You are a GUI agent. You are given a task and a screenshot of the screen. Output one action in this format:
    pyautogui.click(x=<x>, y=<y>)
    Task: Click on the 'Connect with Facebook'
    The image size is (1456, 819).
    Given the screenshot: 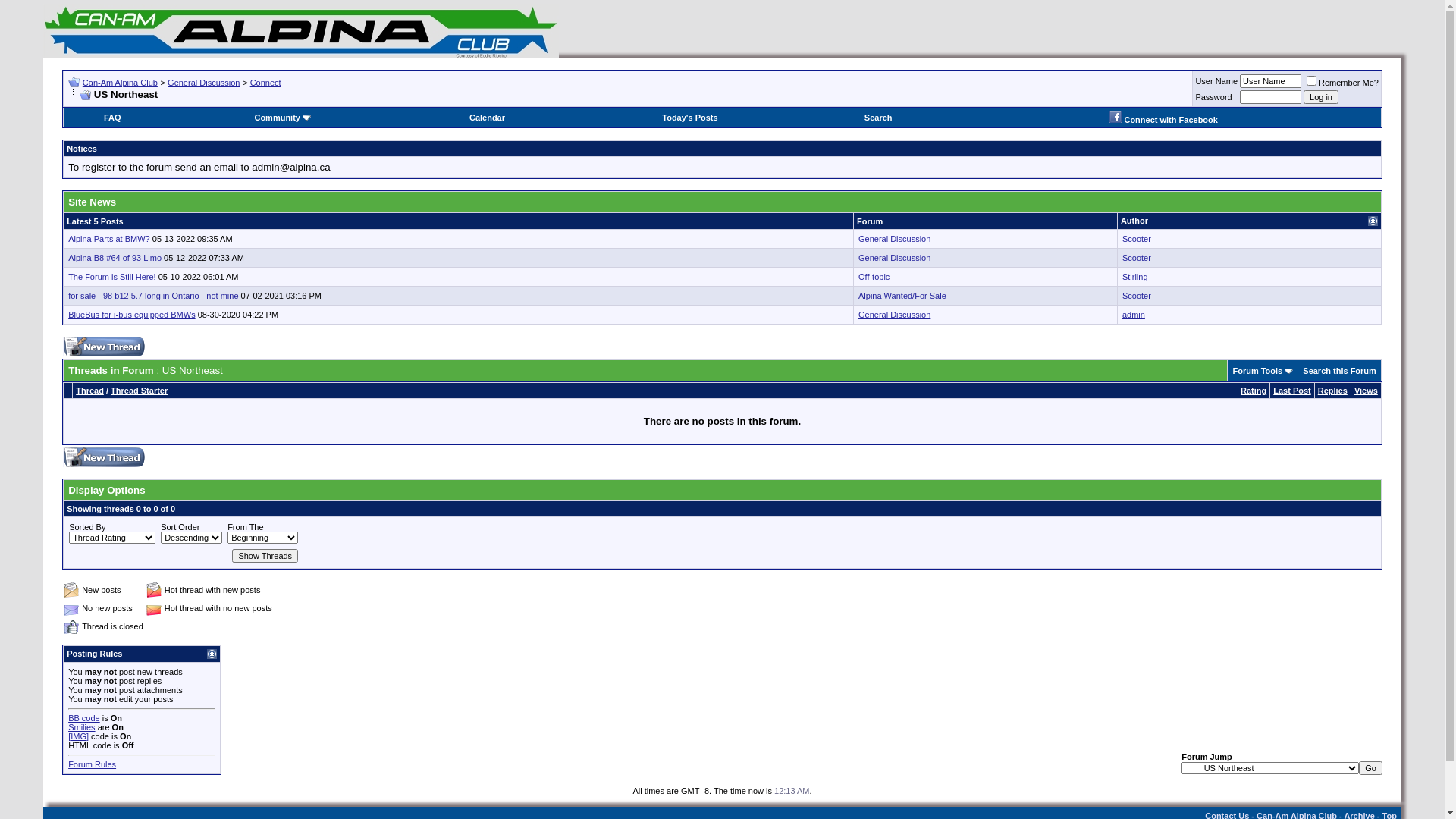 What is the action you would take?
    pyautogui.click(x=1163, y=119)
    